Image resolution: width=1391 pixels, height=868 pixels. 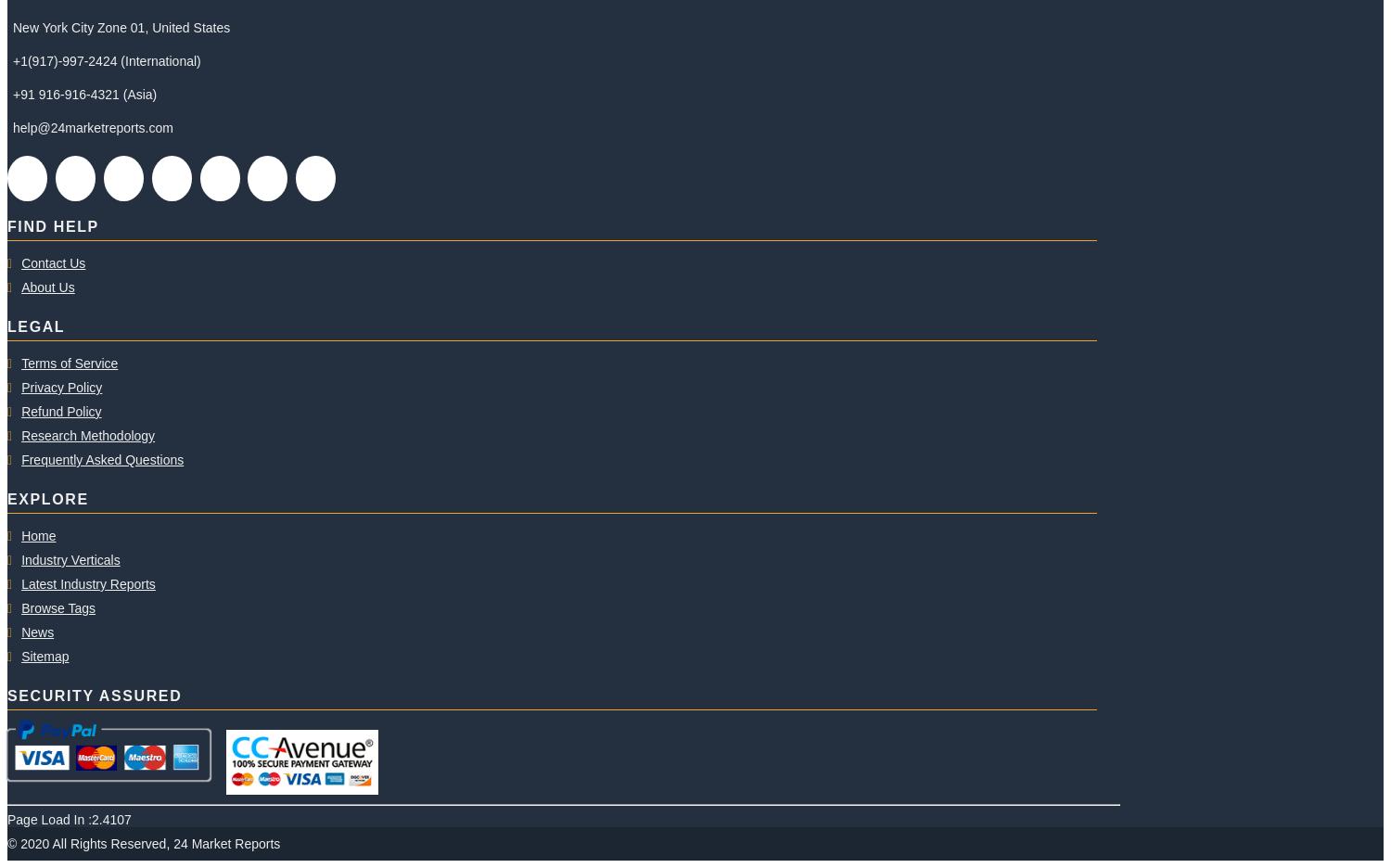 I want to click on 'Contact Us', so click(x=53, y=262).